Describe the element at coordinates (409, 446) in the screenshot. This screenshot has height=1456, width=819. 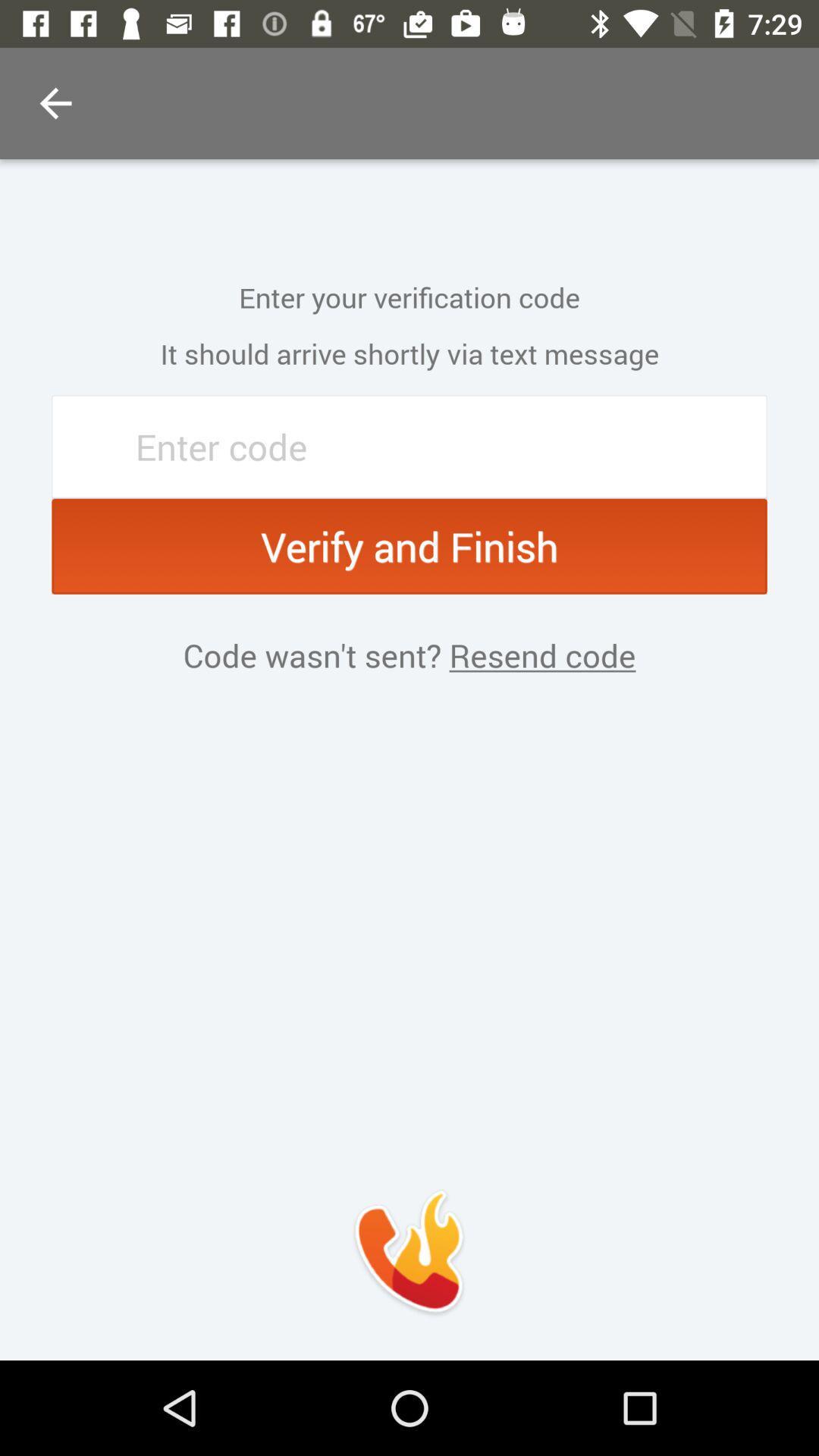
I see `icon below the it should arrive` at that location.